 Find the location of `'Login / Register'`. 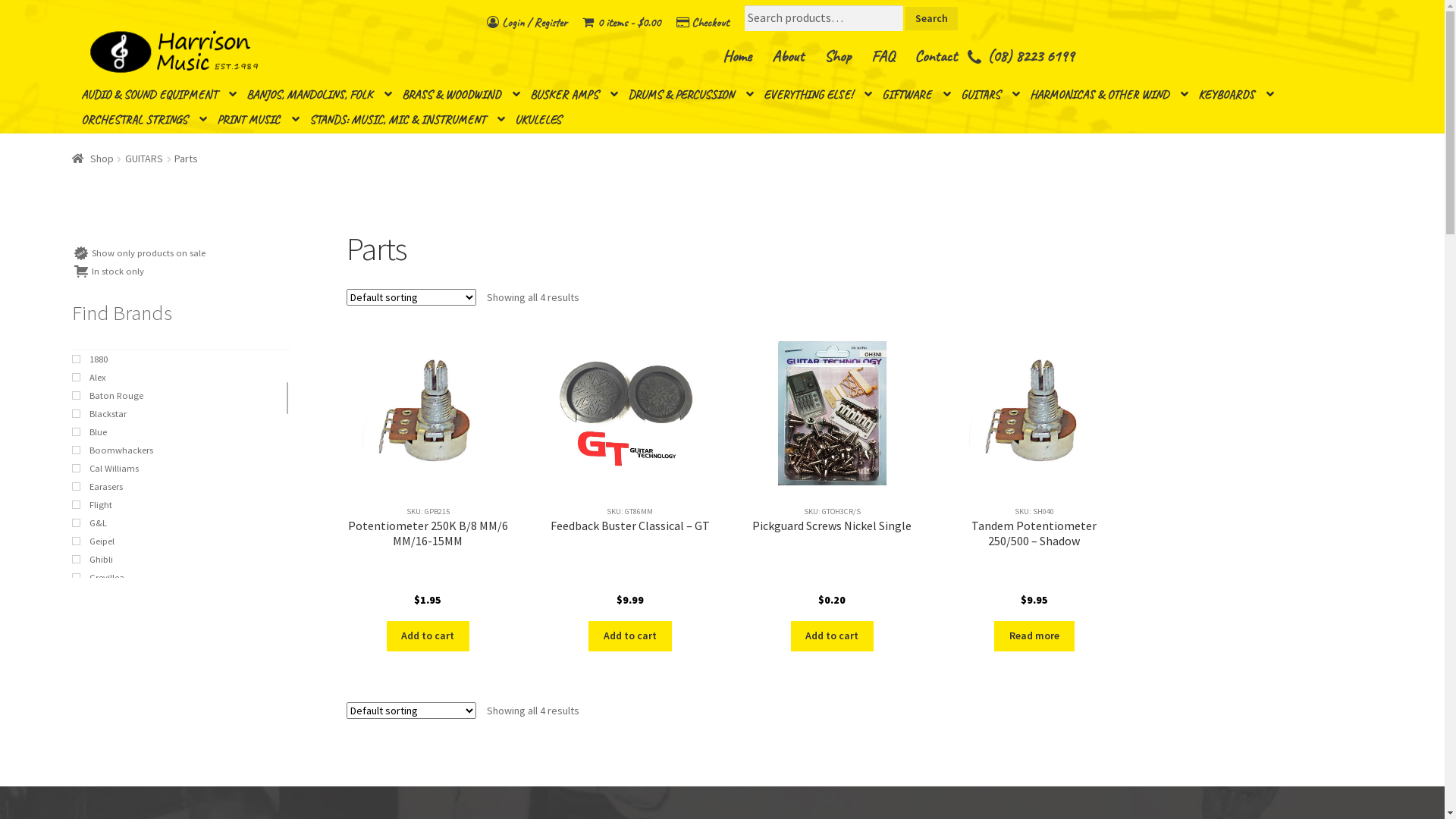

'Login / Register' is located at coordinates (527, 23).